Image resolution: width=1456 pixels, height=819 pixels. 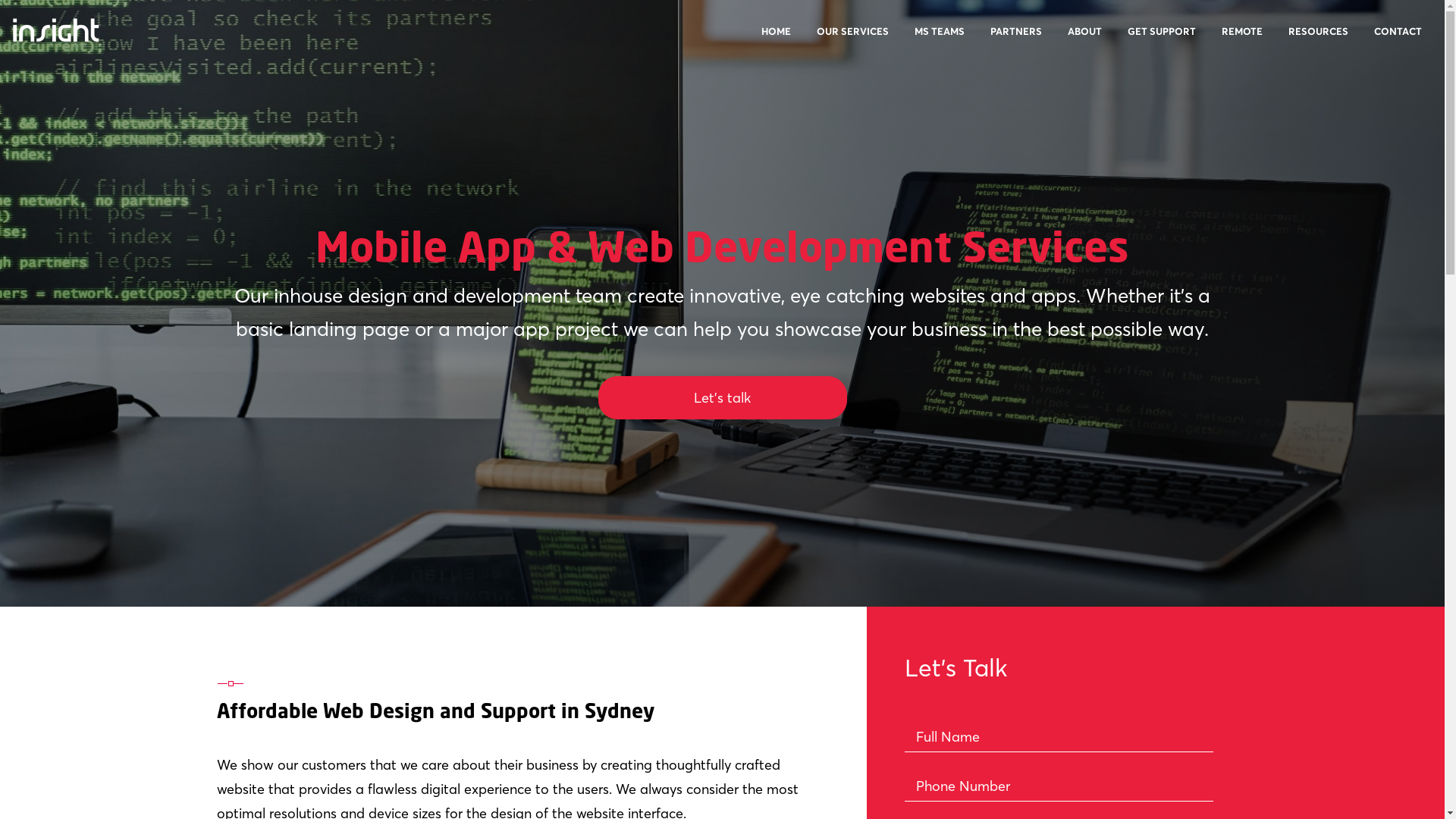 I want to click on 'ABOUT', so click(x=1084, y=39).